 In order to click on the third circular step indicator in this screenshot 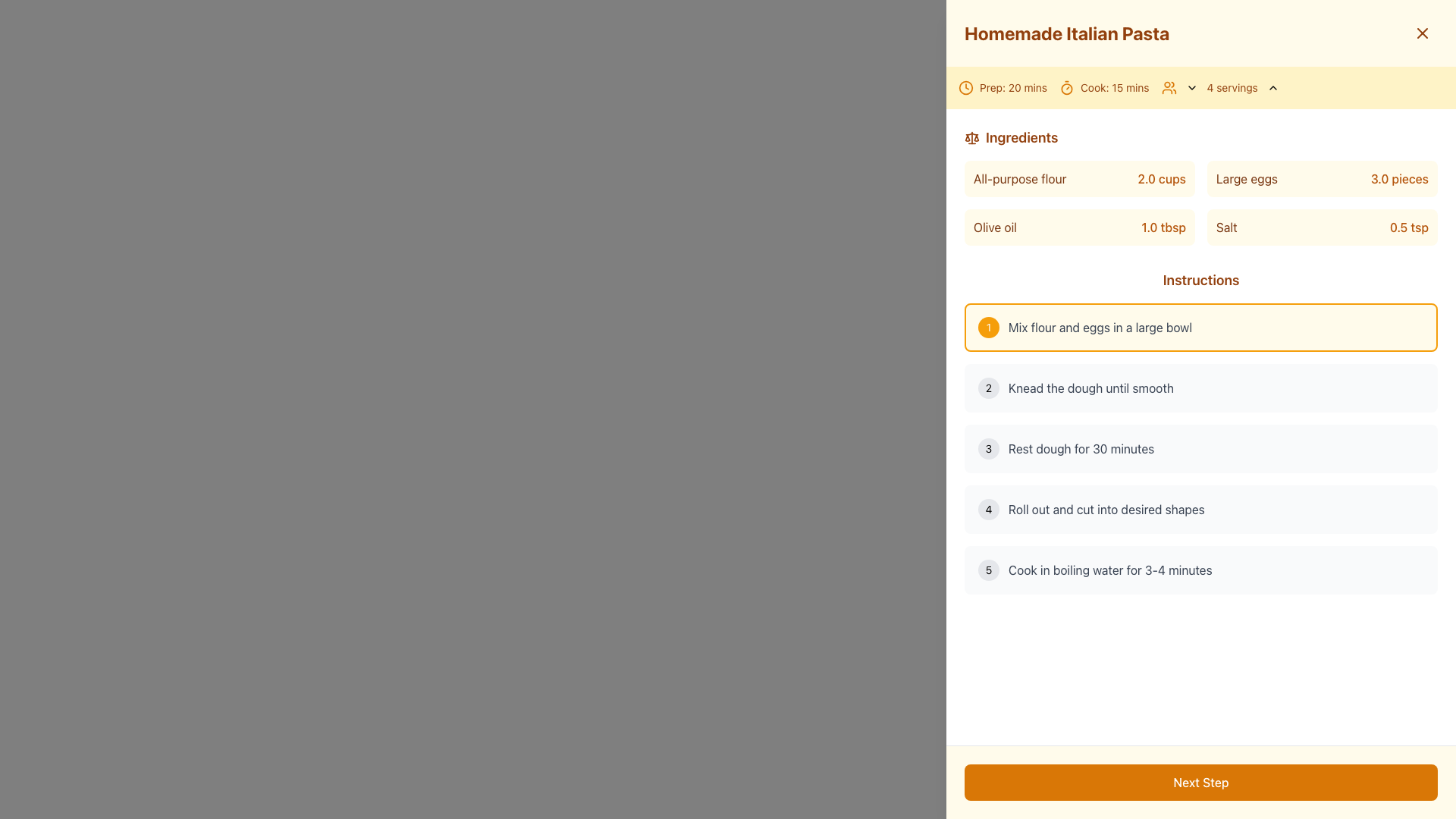, I will do `click(989, 447)`.